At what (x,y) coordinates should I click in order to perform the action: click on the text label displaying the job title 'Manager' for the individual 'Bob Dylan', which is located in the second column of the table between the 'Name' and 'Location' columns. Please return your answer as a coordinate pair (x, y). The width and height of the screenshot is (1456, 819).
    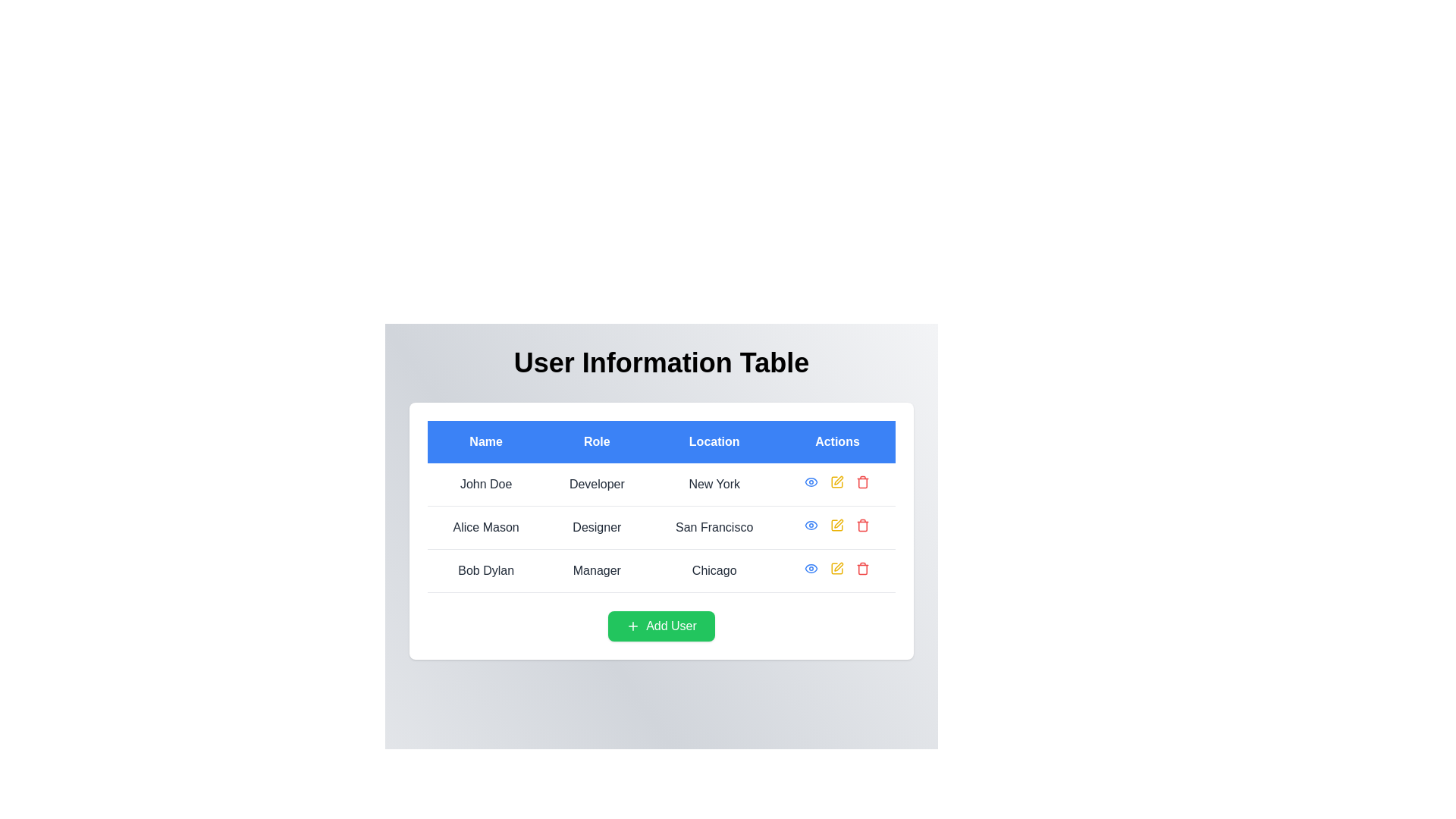
    Looking at the image, I should click on (596, 570).